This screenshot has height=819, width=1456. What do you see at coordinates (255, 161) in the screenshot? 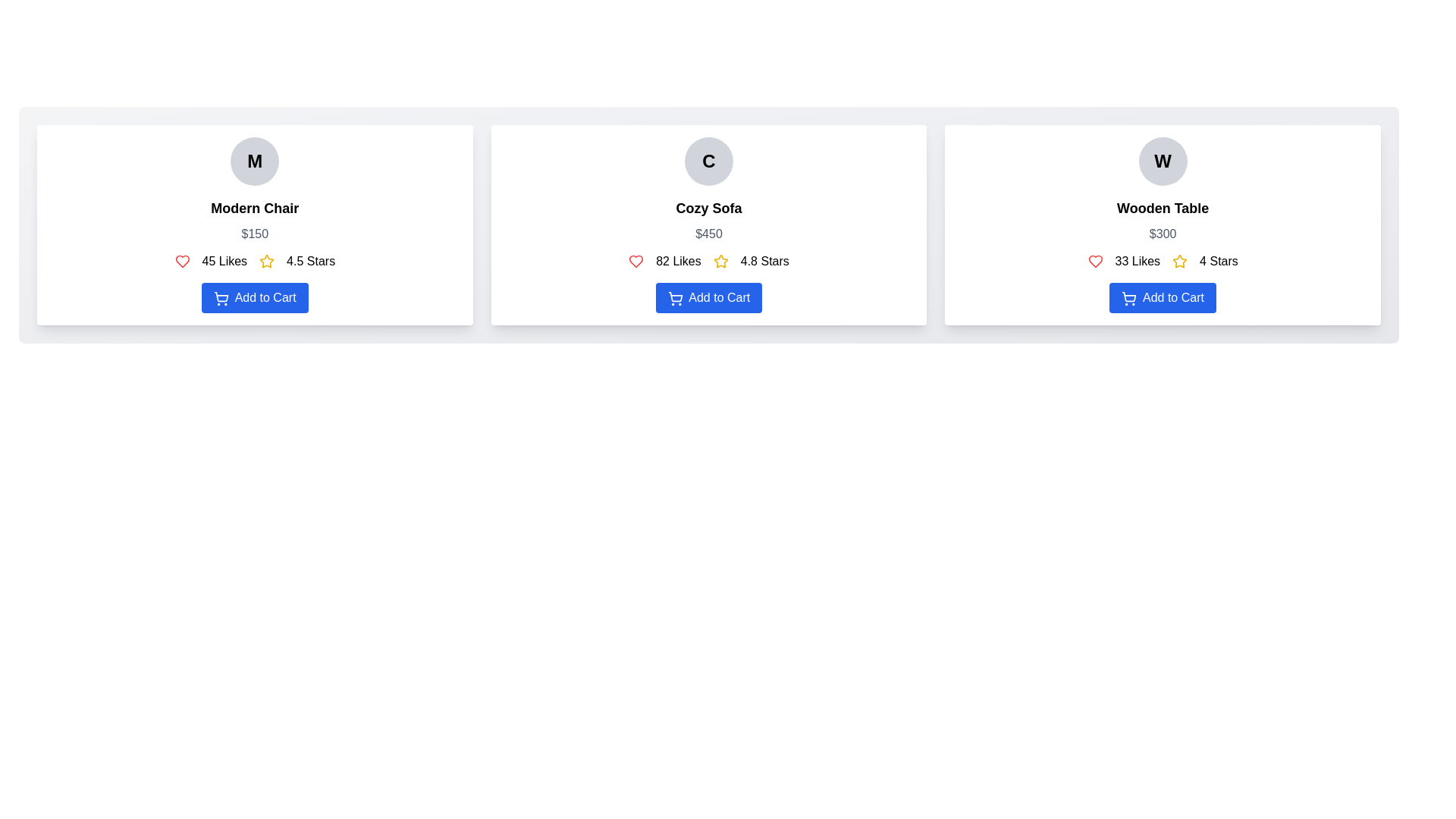
I see `the circular icon with a light gray background and the letter 'M' in dark font, located at the top-center of the card presenting the 'Modern Chair' product` at bounding box center [255, 161].